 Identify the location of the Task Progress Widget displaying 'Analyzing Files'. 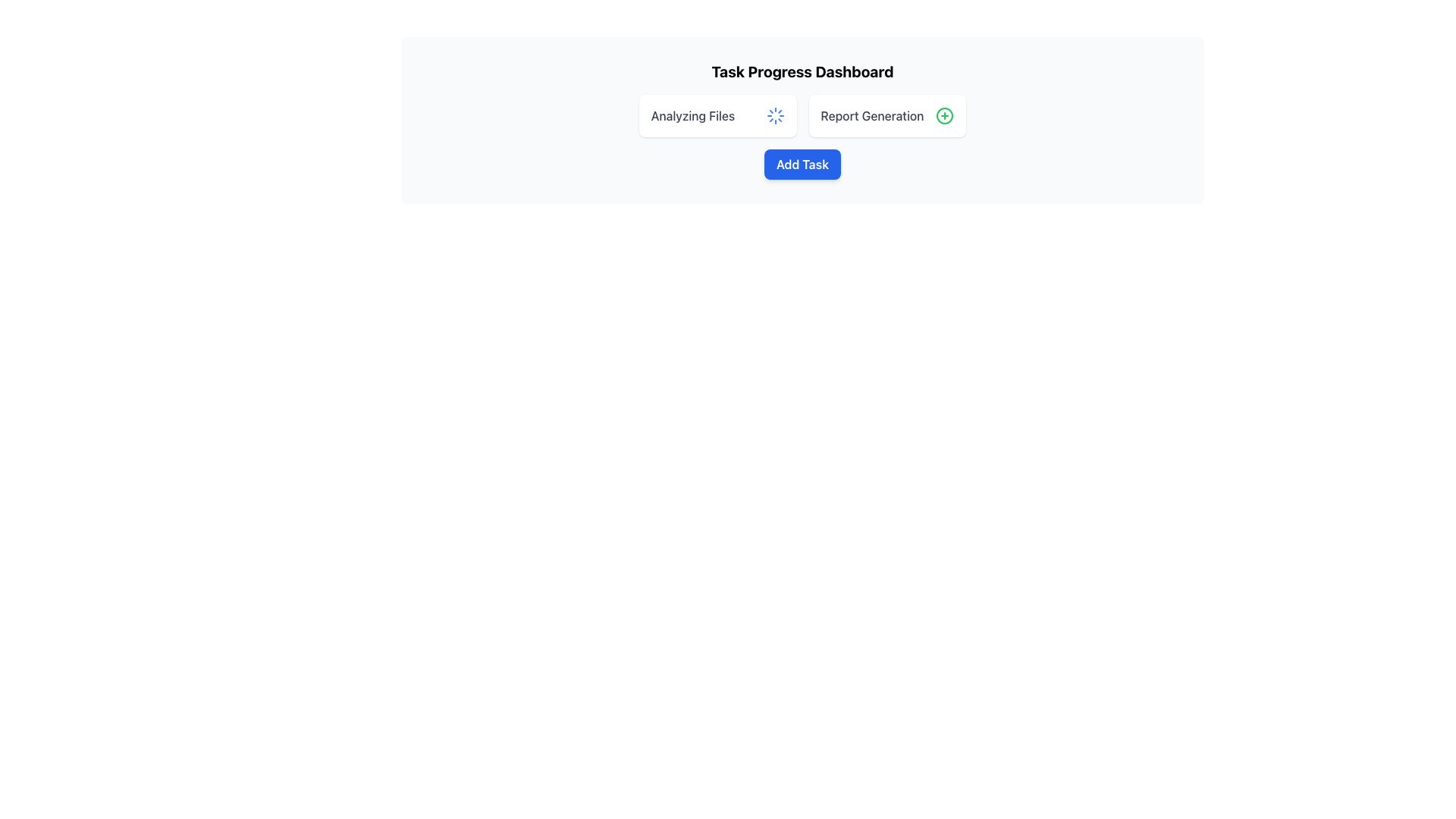
(717, 115).